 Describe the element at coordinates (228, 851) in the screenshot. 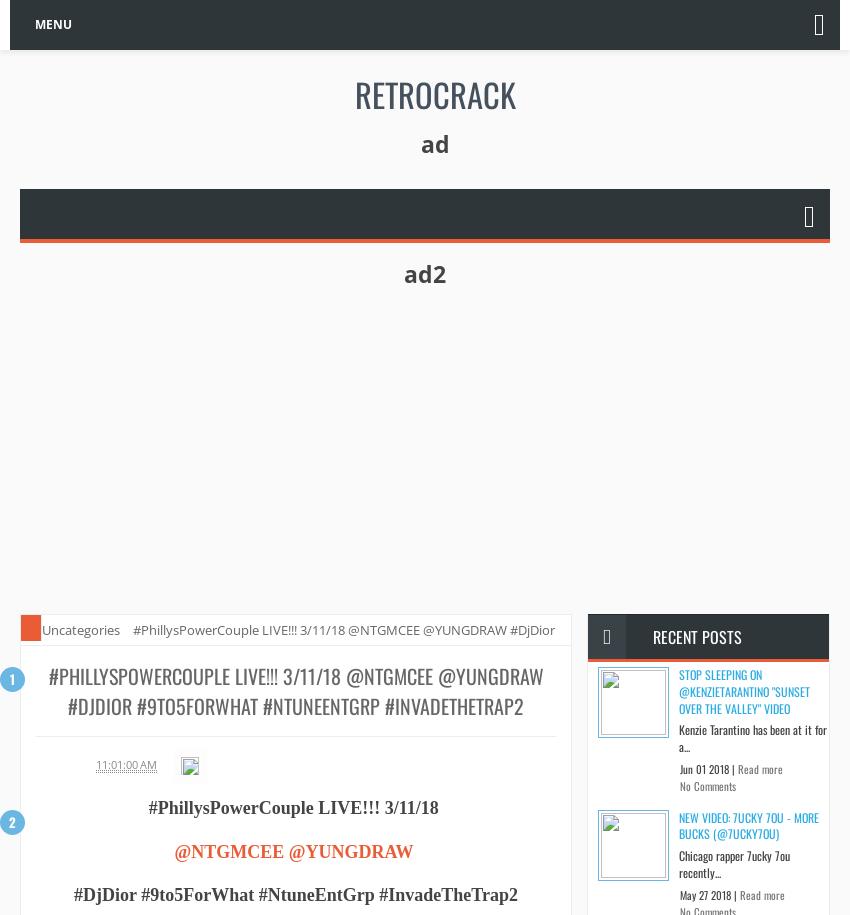

I see `'@NTGMCEE'` at that location.